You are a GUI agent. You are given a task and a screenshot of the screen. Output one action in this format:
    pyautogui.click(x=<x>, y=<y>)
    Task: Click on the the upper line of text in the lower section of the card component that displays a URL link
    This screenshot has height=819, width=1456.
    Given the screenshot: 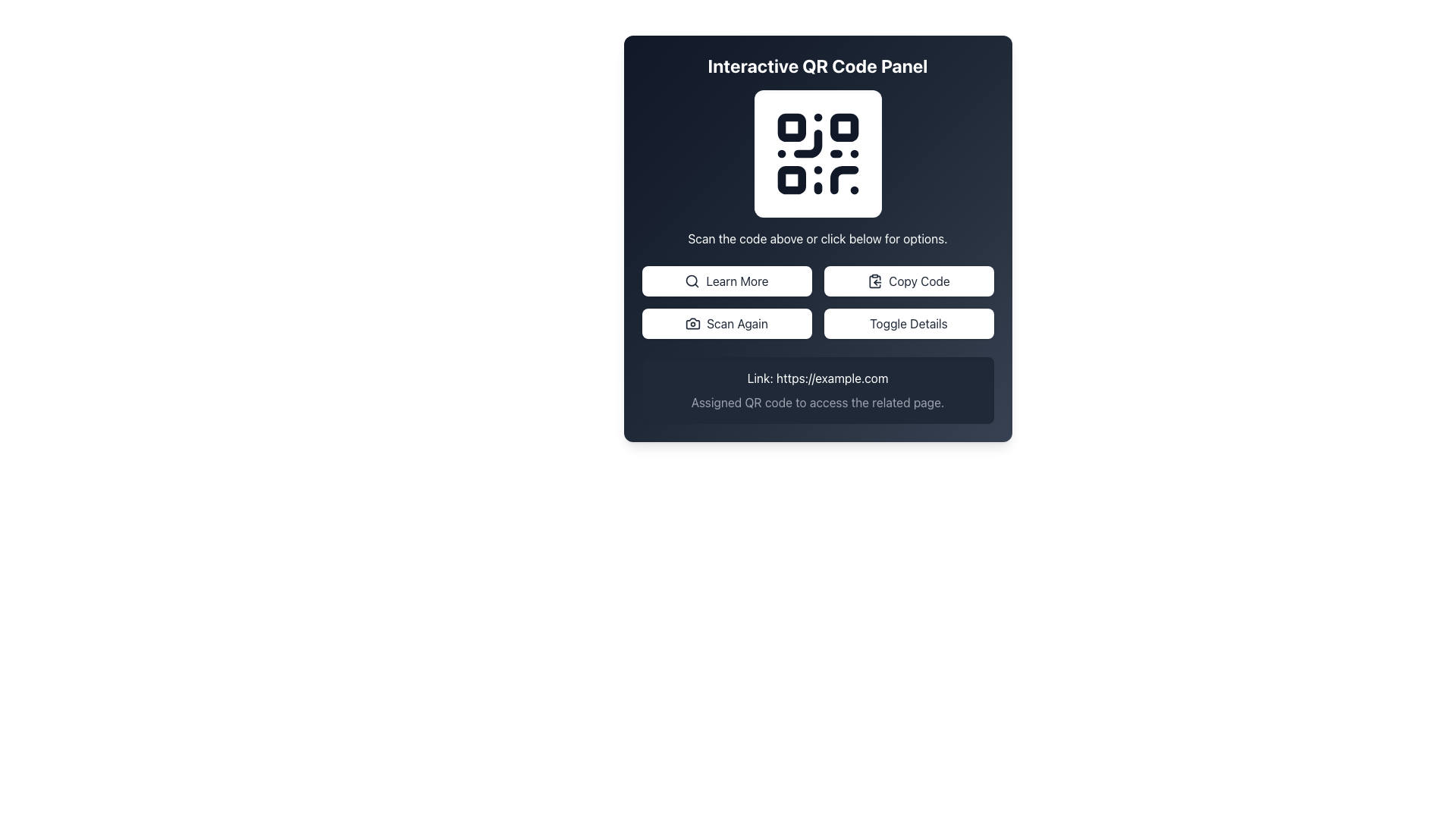 What is the action you would take?
    pyautogui.click(x=817, y=377)
    